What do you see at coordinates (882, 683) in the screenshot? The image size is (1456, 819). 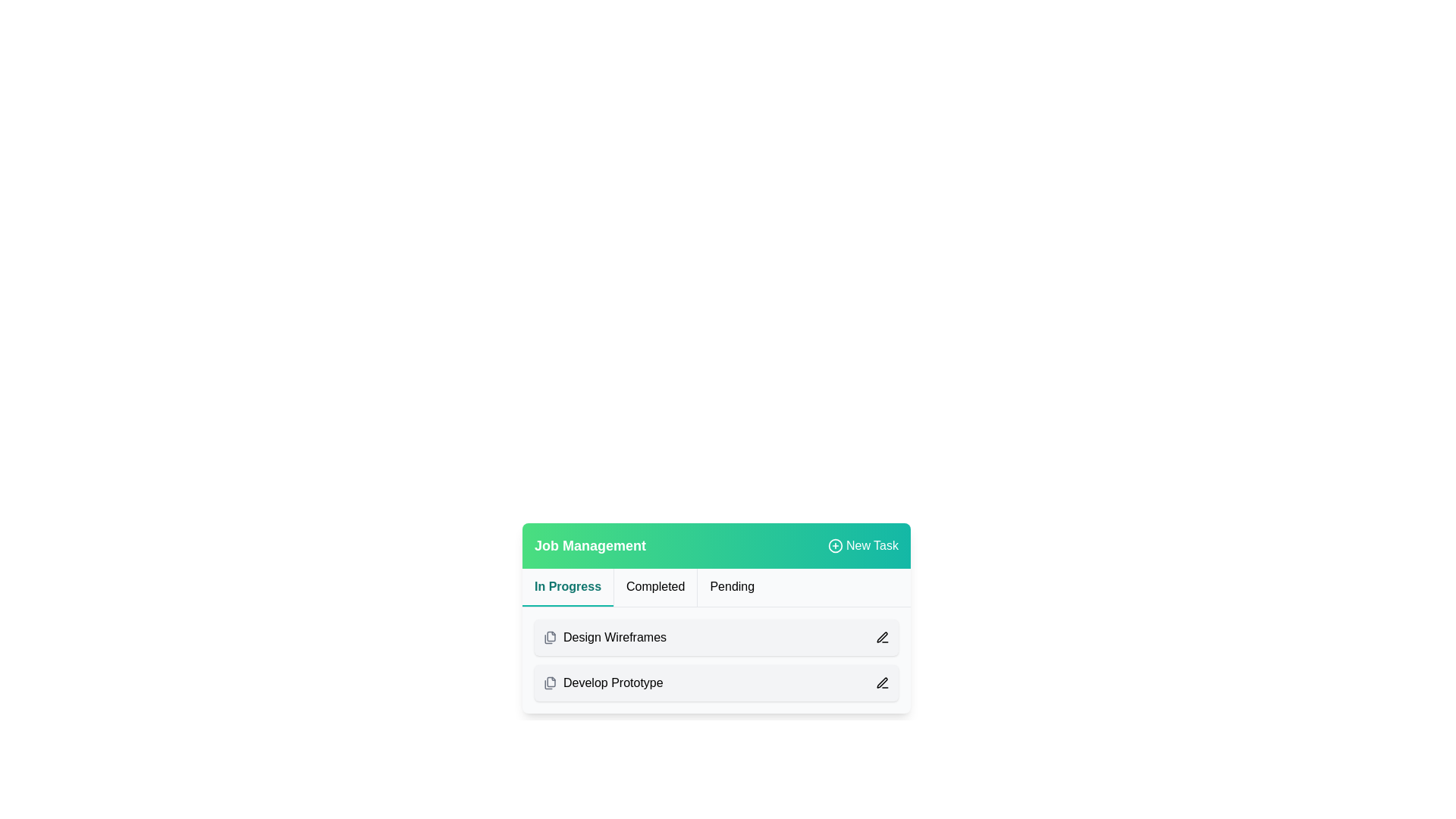 I see `the edit icon located at the far-right corner of the row labeled 'Develop Prototype' in the task management interface to modify the task's details` at bounding box center [882, 683].